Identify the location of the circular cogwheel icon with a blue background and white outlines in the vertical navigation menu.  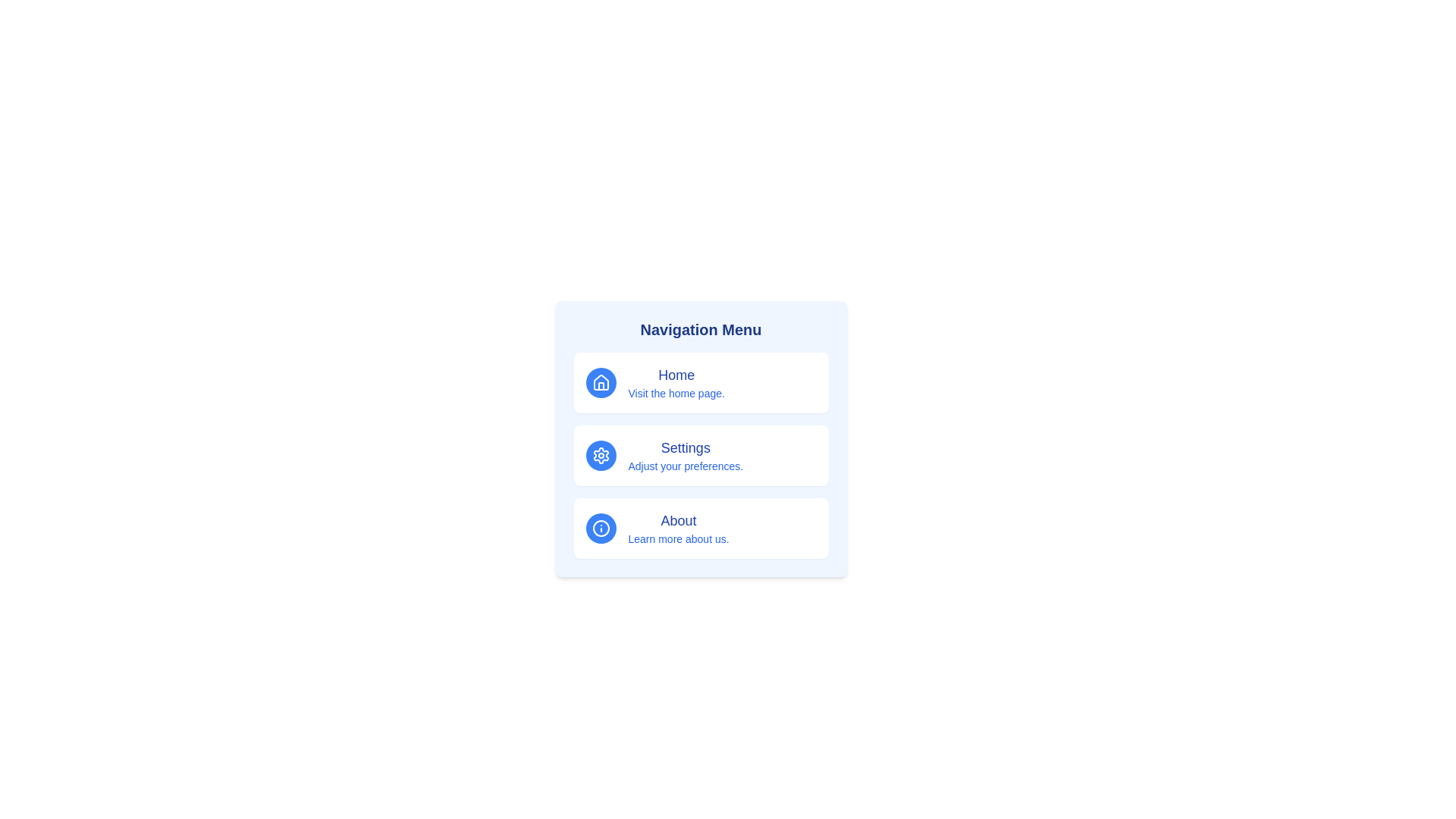
(600, 455).